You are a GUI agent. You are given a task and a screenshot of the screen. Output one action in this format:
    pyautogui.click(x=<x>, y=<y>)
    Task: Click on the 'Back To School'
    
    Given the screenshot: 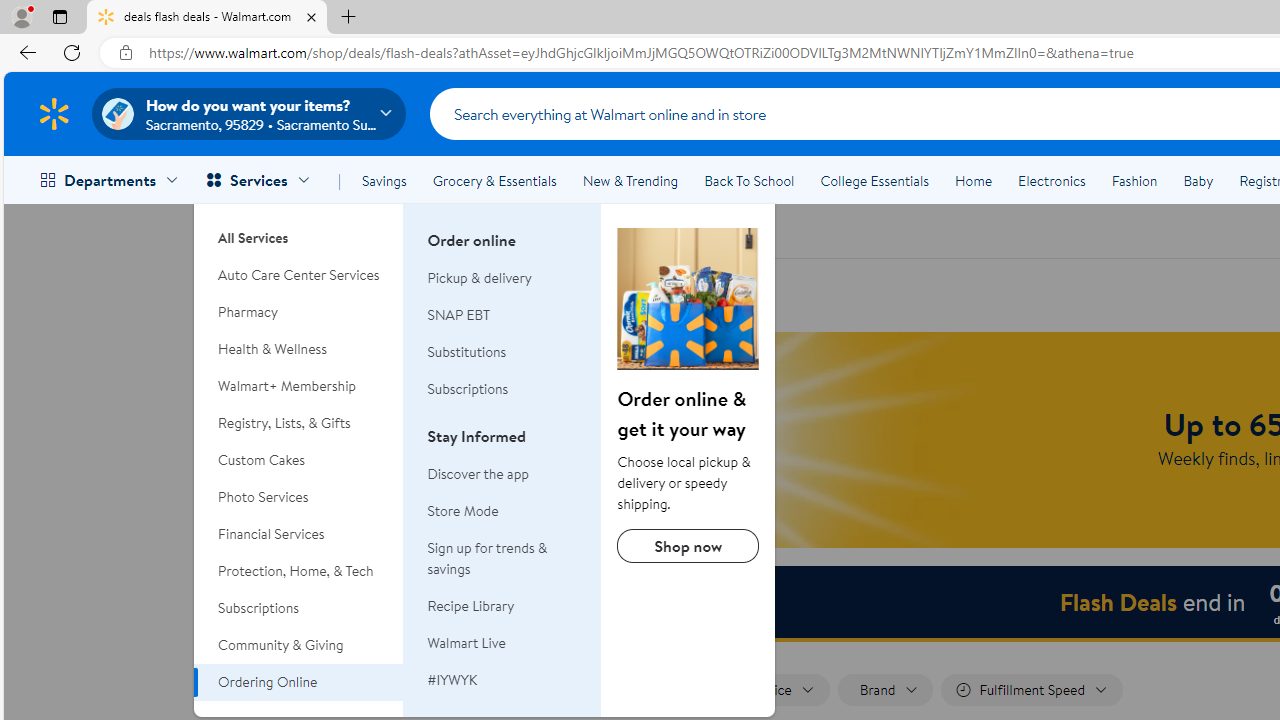 What is the action you would take?
    pyautogui.click(x=748, y=181)
    